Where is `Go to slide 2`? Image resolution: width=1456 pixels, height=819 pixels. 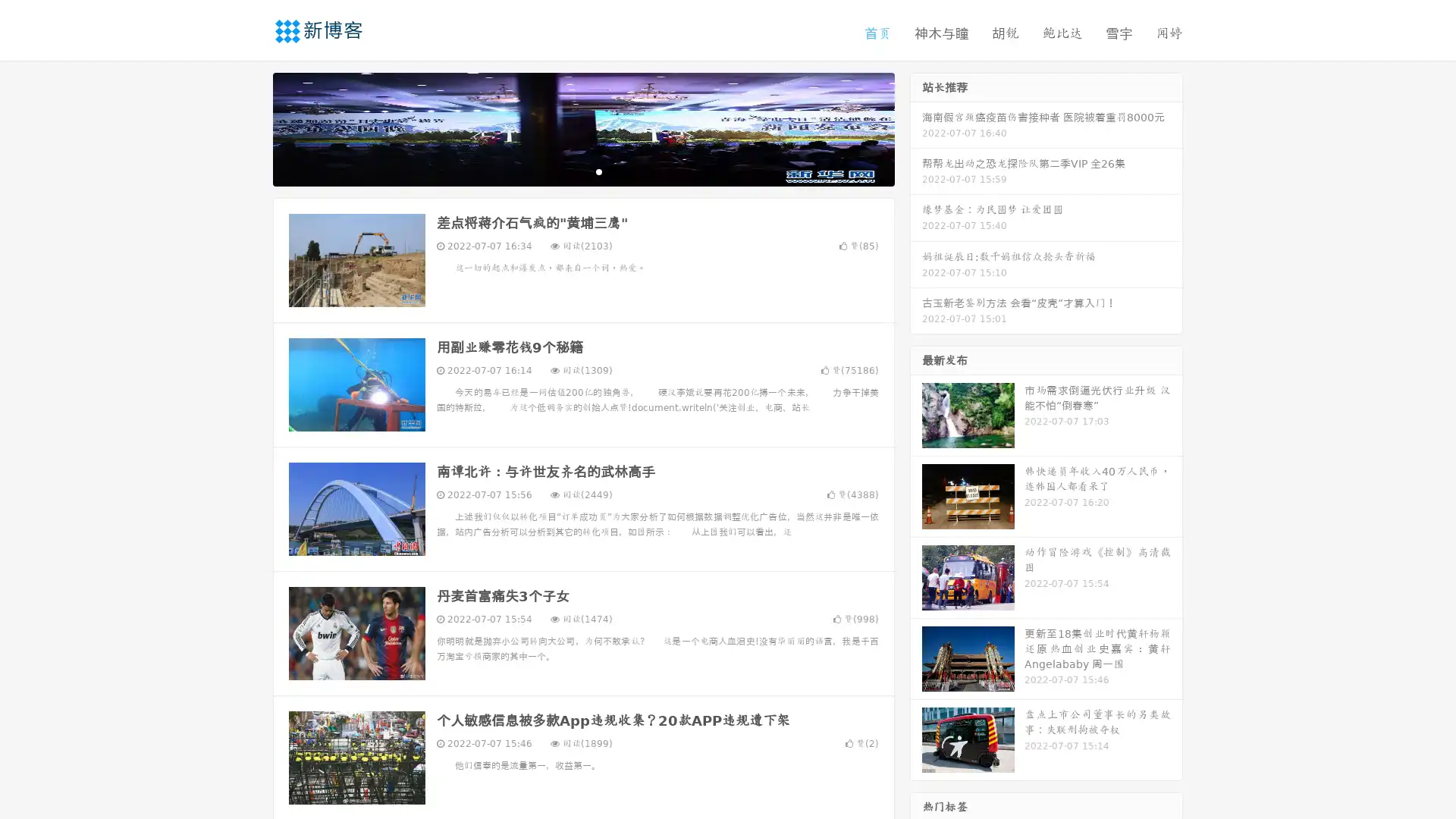
Go to slide 2 is located at coordinates (582, 171).